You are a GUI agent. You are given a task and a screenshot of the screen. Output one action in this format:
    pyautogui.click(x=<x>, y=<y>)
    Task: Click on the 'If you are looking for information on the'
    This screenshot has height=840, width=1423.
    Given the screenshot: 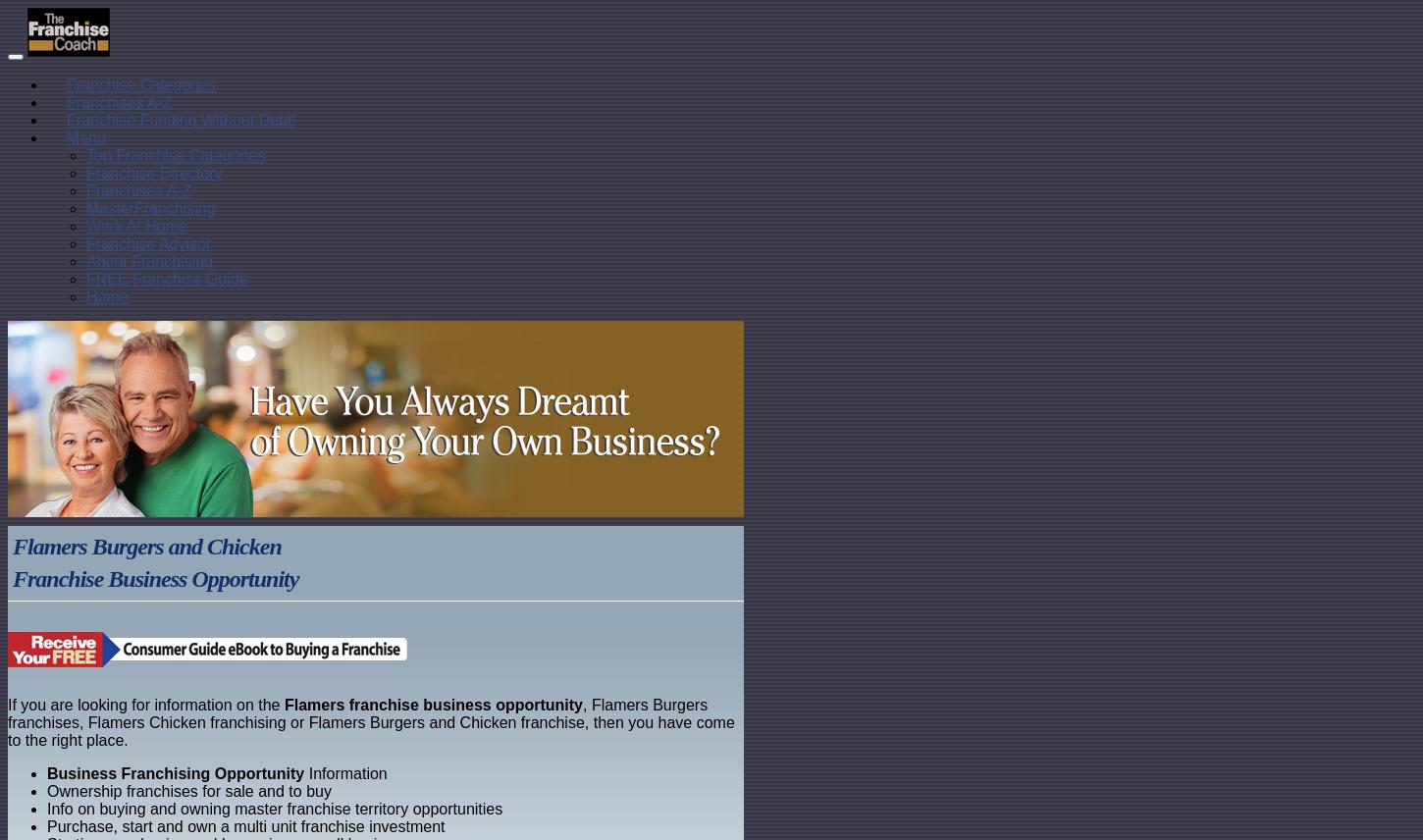 What is the action you would take?
    pyautogui.click(x=7, y=705)
    